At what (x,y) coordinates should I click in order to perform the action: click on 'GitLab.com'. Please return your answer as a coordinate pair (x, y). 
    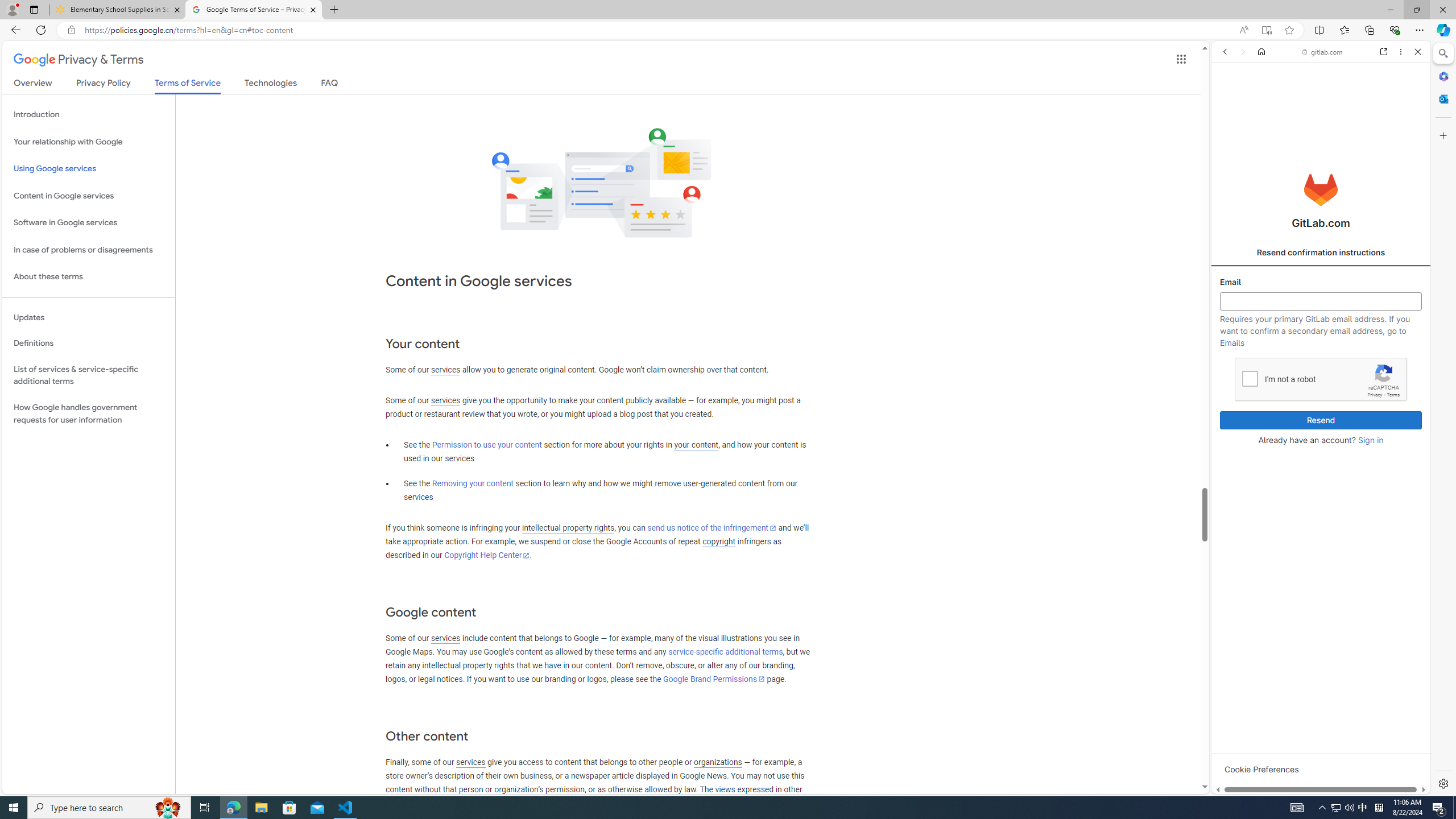
    Looking at the image, I should click on (1321, 189).